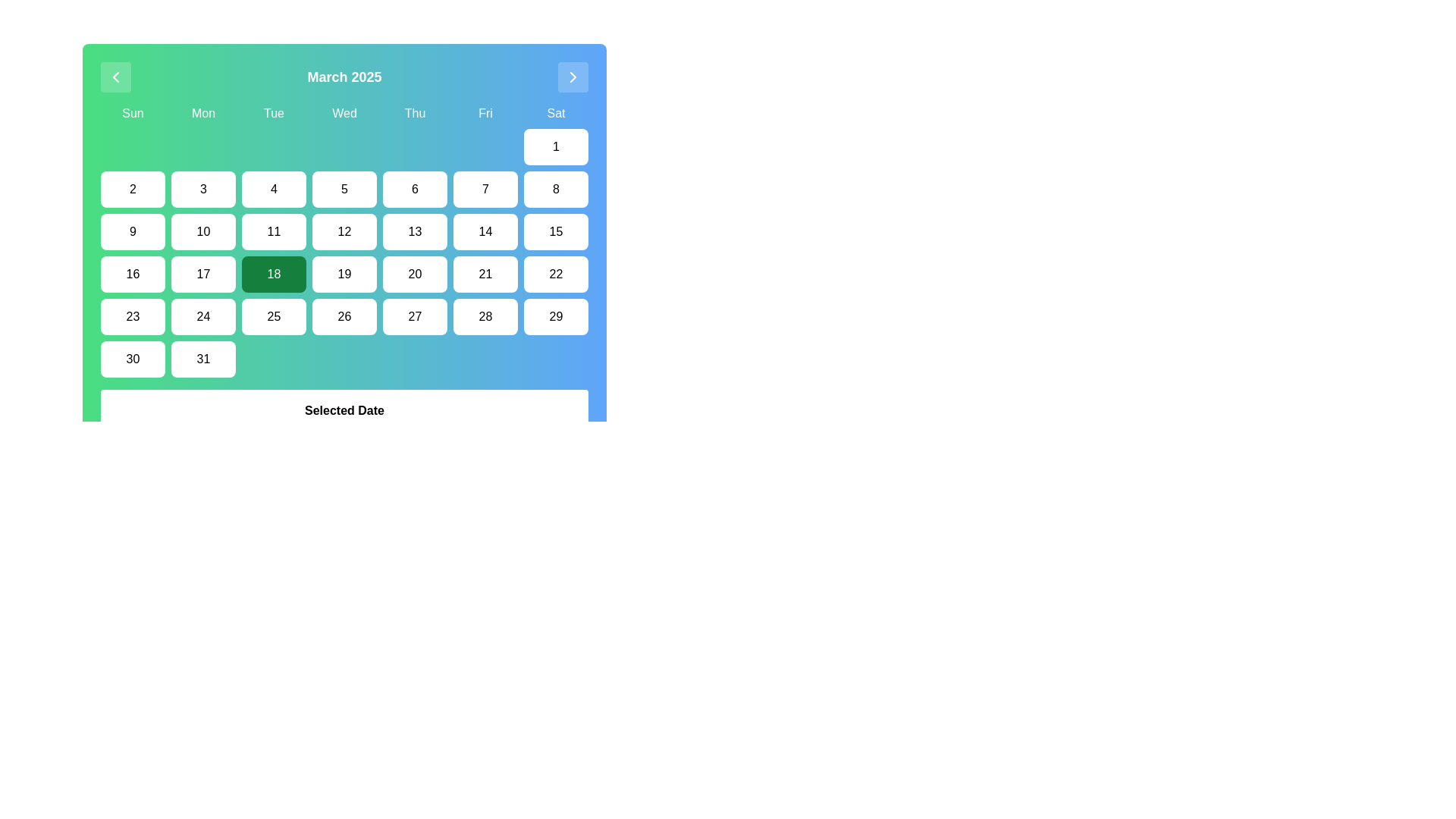  I want to click on the 'Sun' label, which is the first item in the grid header row on a green background, displaying the word 'Sun', so click(133, 113).